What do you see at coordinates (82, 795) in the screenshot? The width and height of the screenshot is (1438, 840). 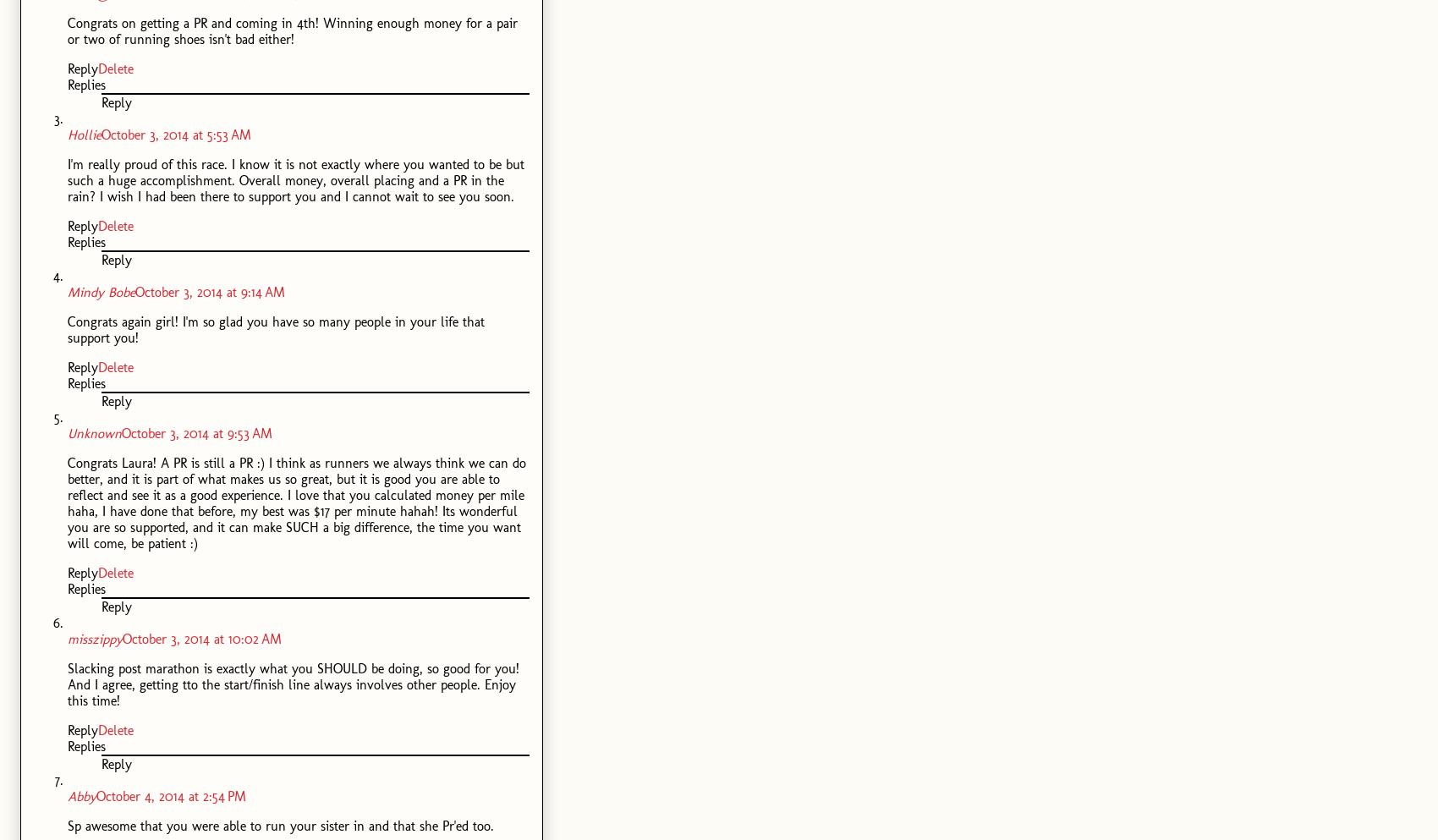 I see `'Abby'` at bounding box center [82, 795].